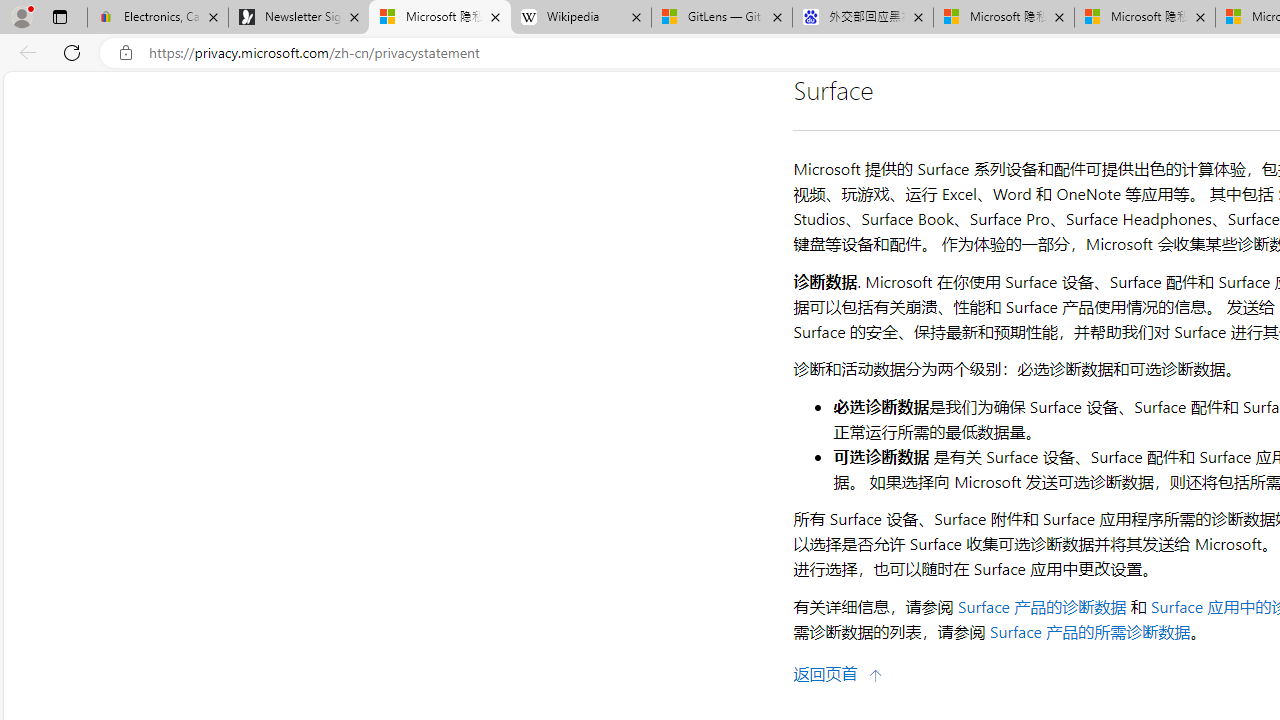 The height and width of the screenshot is (720, 1280). Describe the element at coordinates (157, 17) in the screenshot. I see `'Electronics, Cars, Fashion, Collectibles & More | eBay'` at that location.